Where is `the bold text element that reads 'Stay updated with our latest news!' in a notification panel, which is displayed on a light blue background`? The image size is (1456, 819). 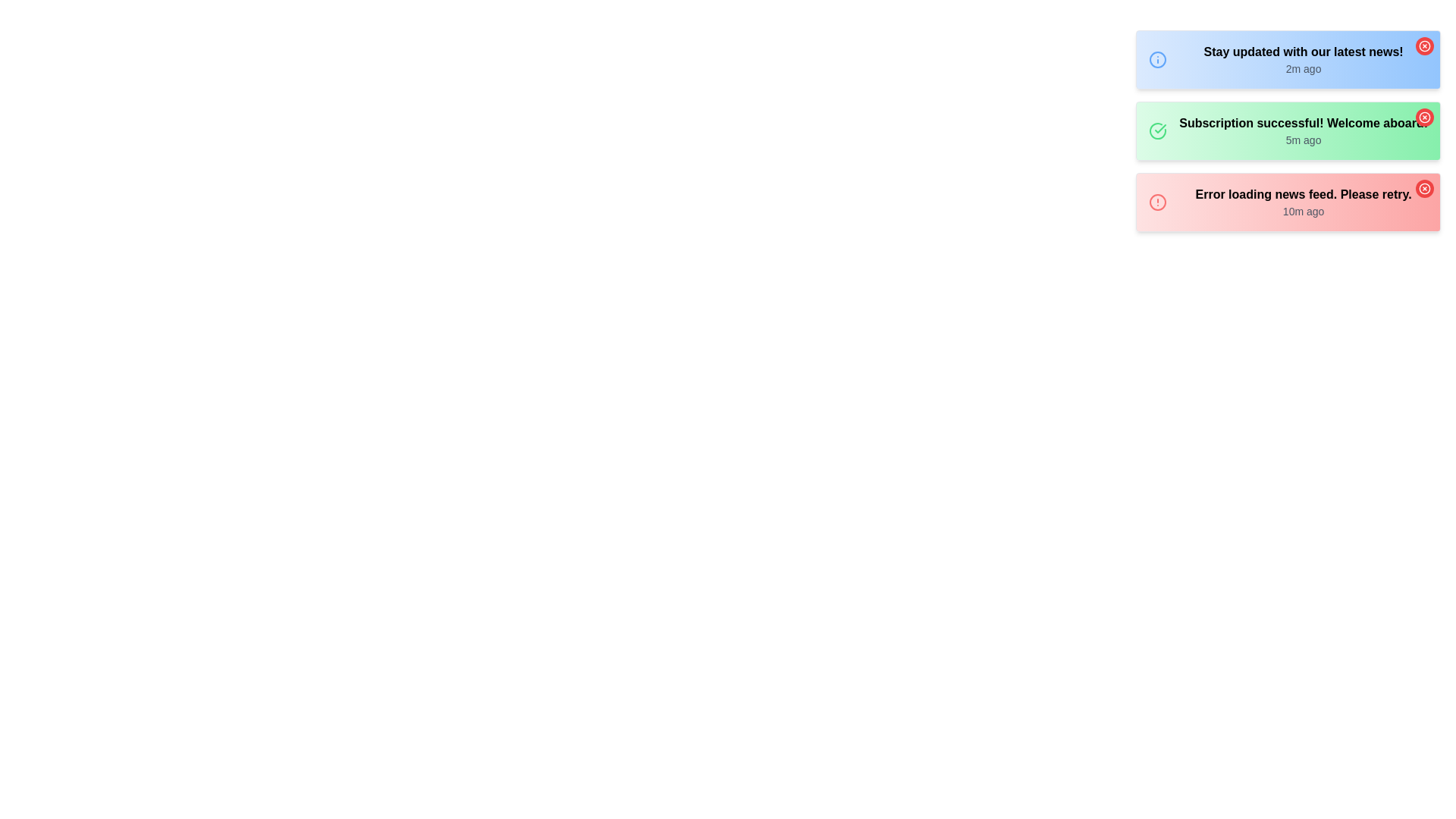 the bold text element that reads 'Stay updated with our latest news!' in a notification panel, which is displayed on a light blue background is located at coordinates (1303, 52).